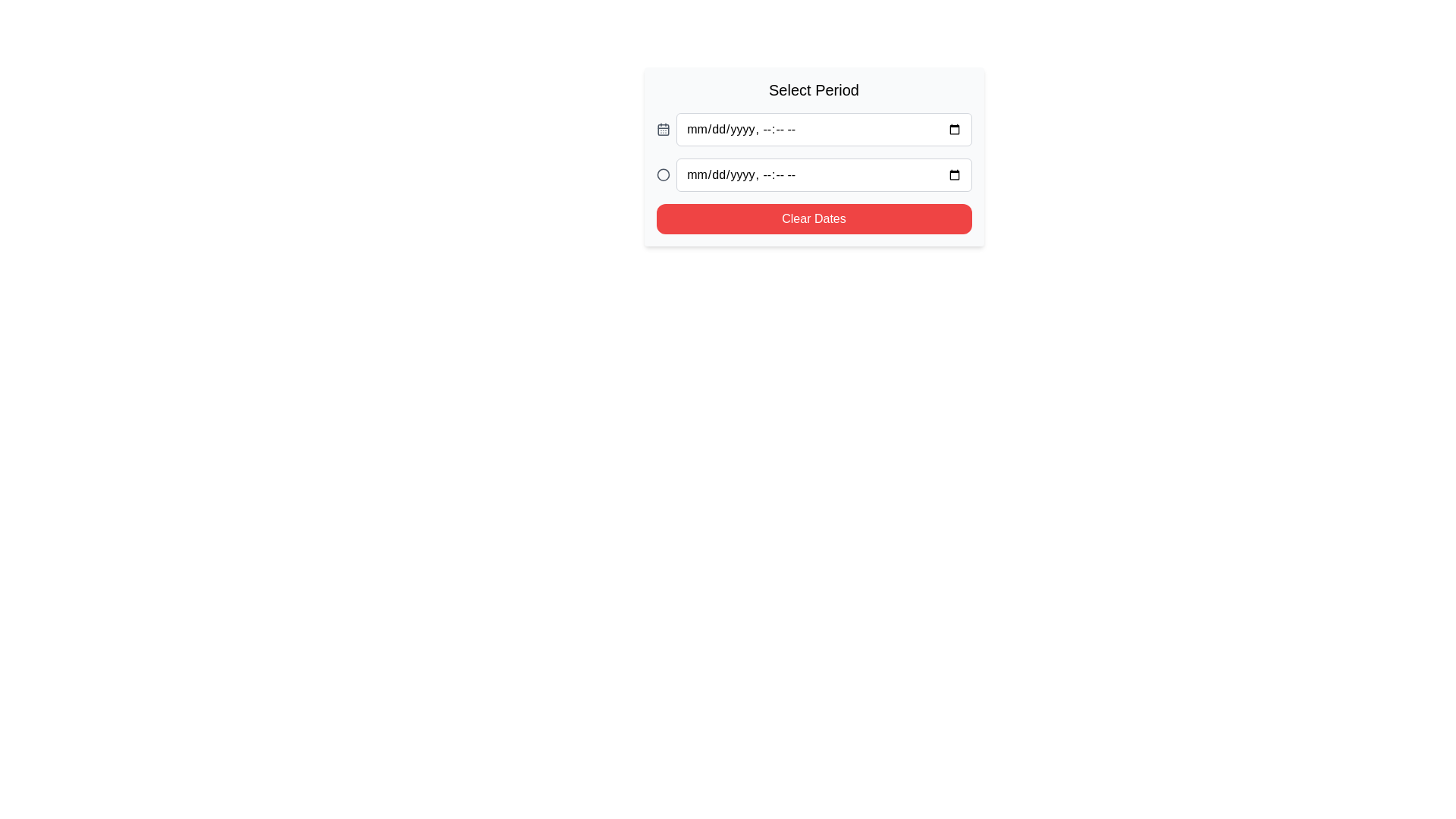 The width and height of the screenshot is (1456, 819). Describe the element at coordinates (813, 174) in the screenshot. I see `the radio button in the date-time selection component located below the first date-time input and above the 'Clear Dates' button` at that location.